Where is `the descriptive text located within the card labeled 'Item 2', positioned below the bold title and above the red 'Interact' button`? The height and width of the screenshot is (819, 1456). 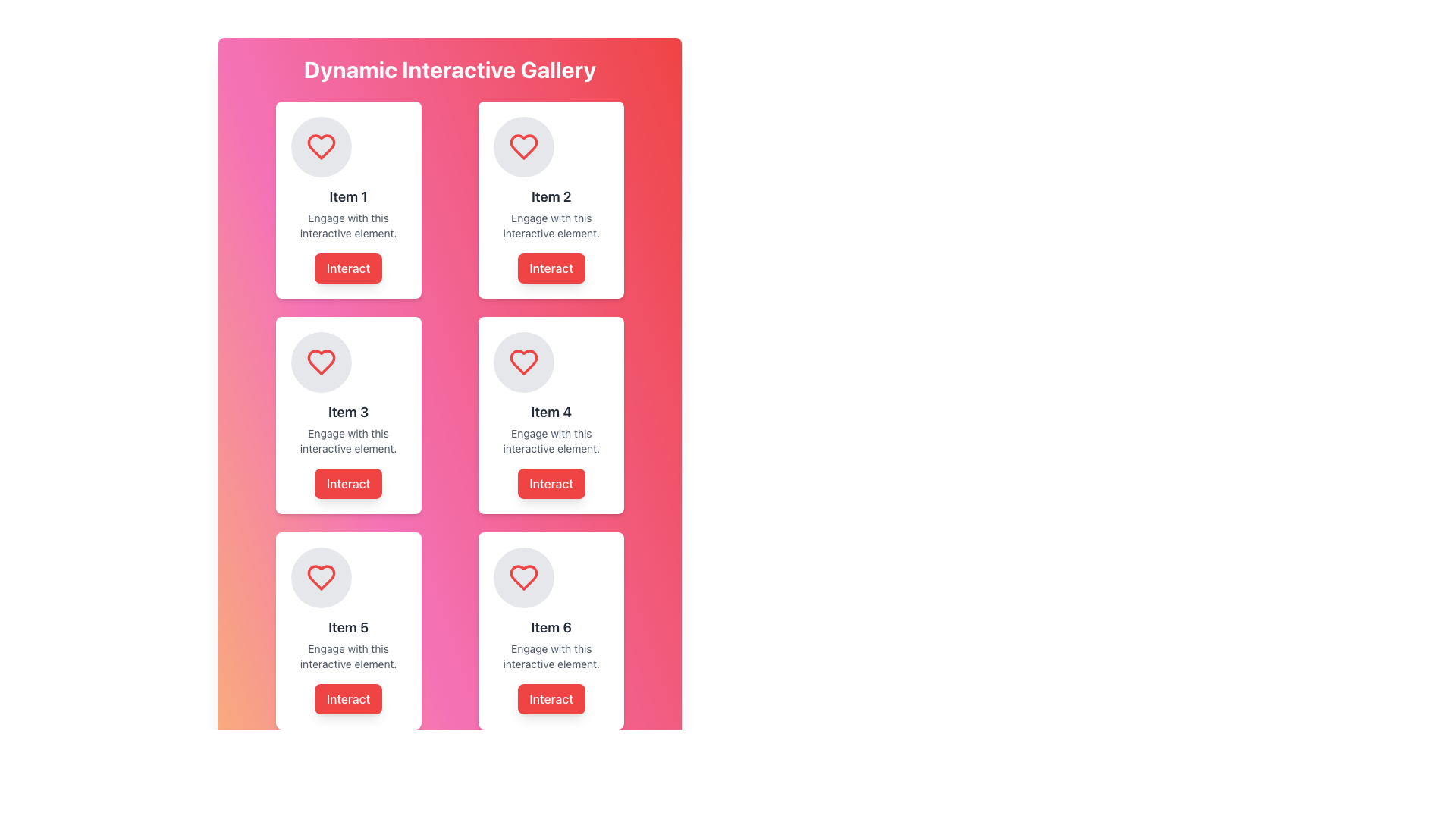
the descriptive text located within the card labeled 'Item 2', positioned below the bold title and above the red 'Interact' button is located at coordinates (551, 225).